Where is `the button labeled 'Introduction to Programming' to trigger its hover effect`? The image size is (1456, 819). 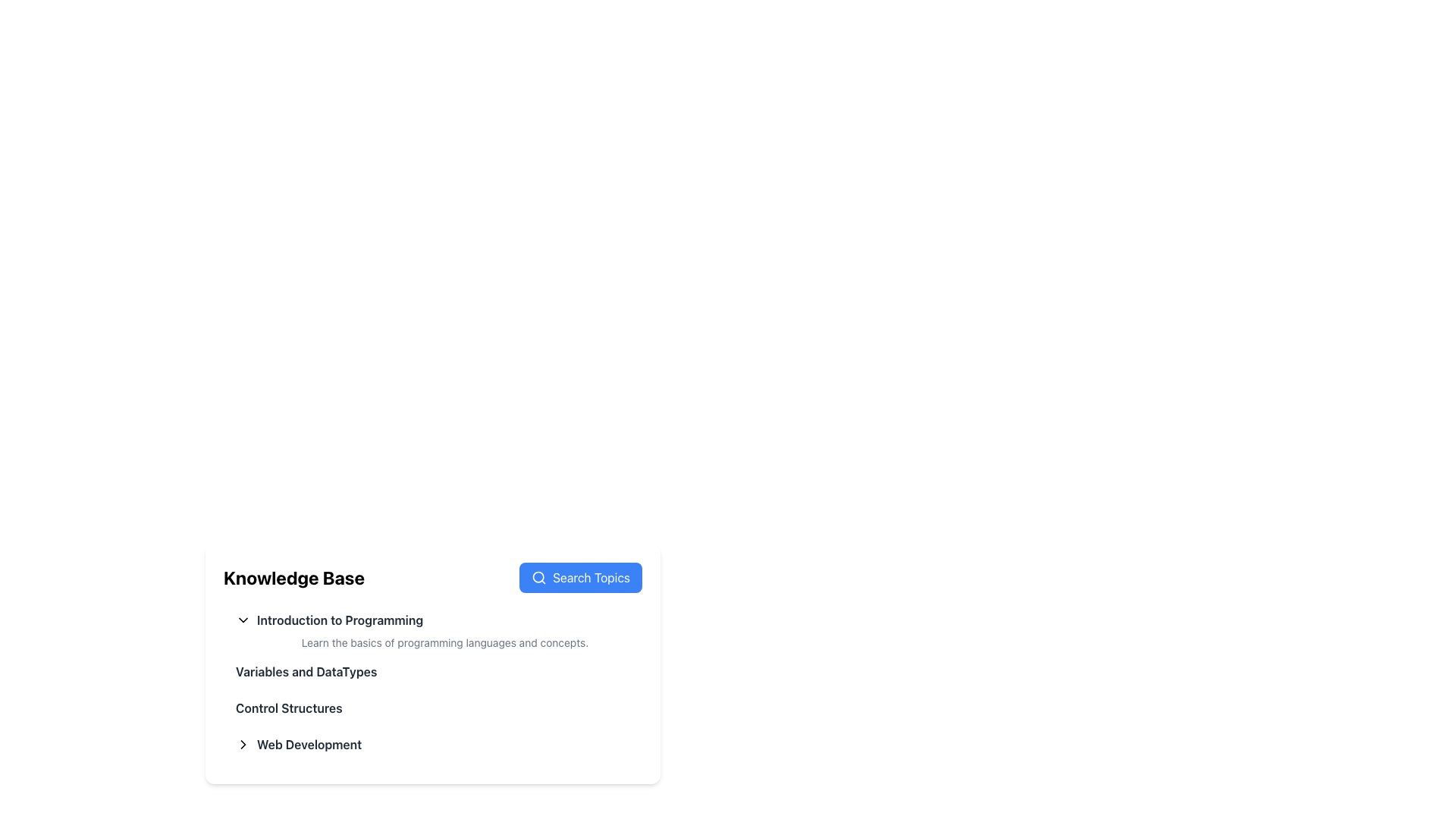 the button labeled 'Introduction to Programming' to trigger its hover effect is located at coordinates (328, 620).